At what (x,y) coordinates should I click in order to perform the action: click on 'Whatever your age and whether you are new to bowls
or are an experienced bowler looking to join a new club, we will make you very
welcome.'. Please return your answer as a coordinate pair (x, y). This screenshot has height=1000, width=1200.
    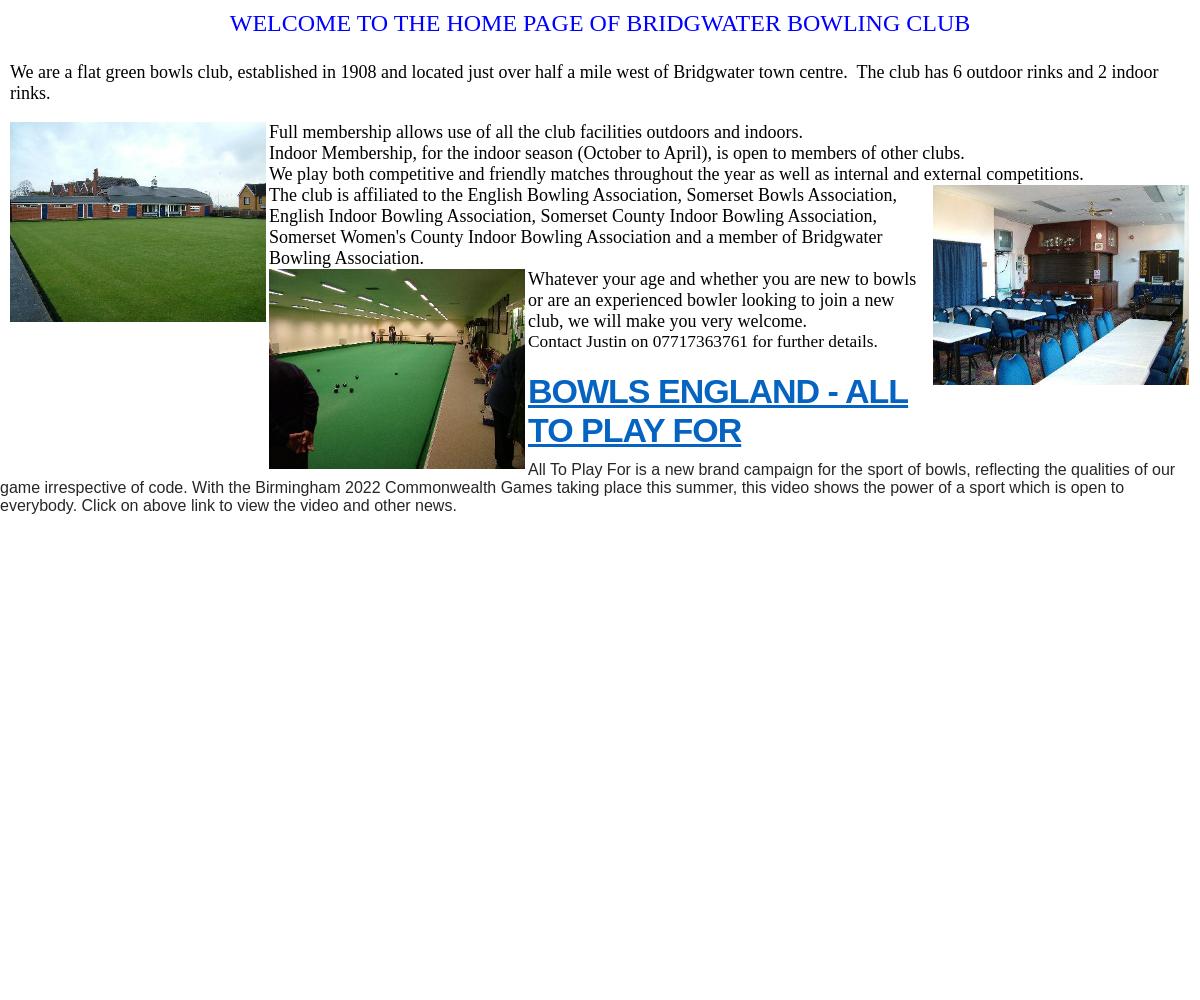
    Looking at the image, I should click on (722, 300).